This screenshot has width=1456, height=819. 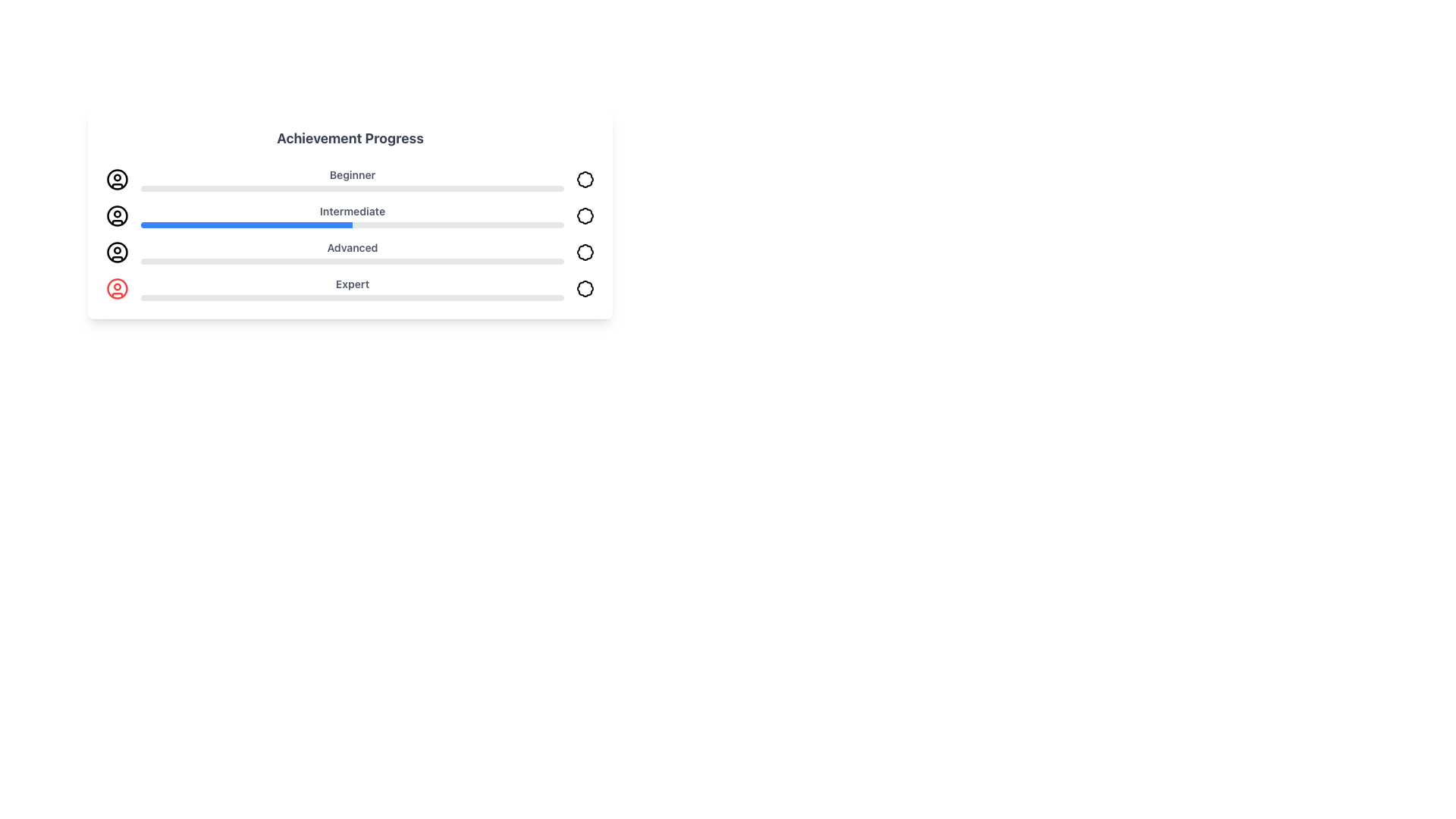 I want to click on the 'Advanced' label, which is located in the third row of a vertical arrangement of progress levels, positioned between 'Intermediate' and 'Expert', so click(x=352, y=247).